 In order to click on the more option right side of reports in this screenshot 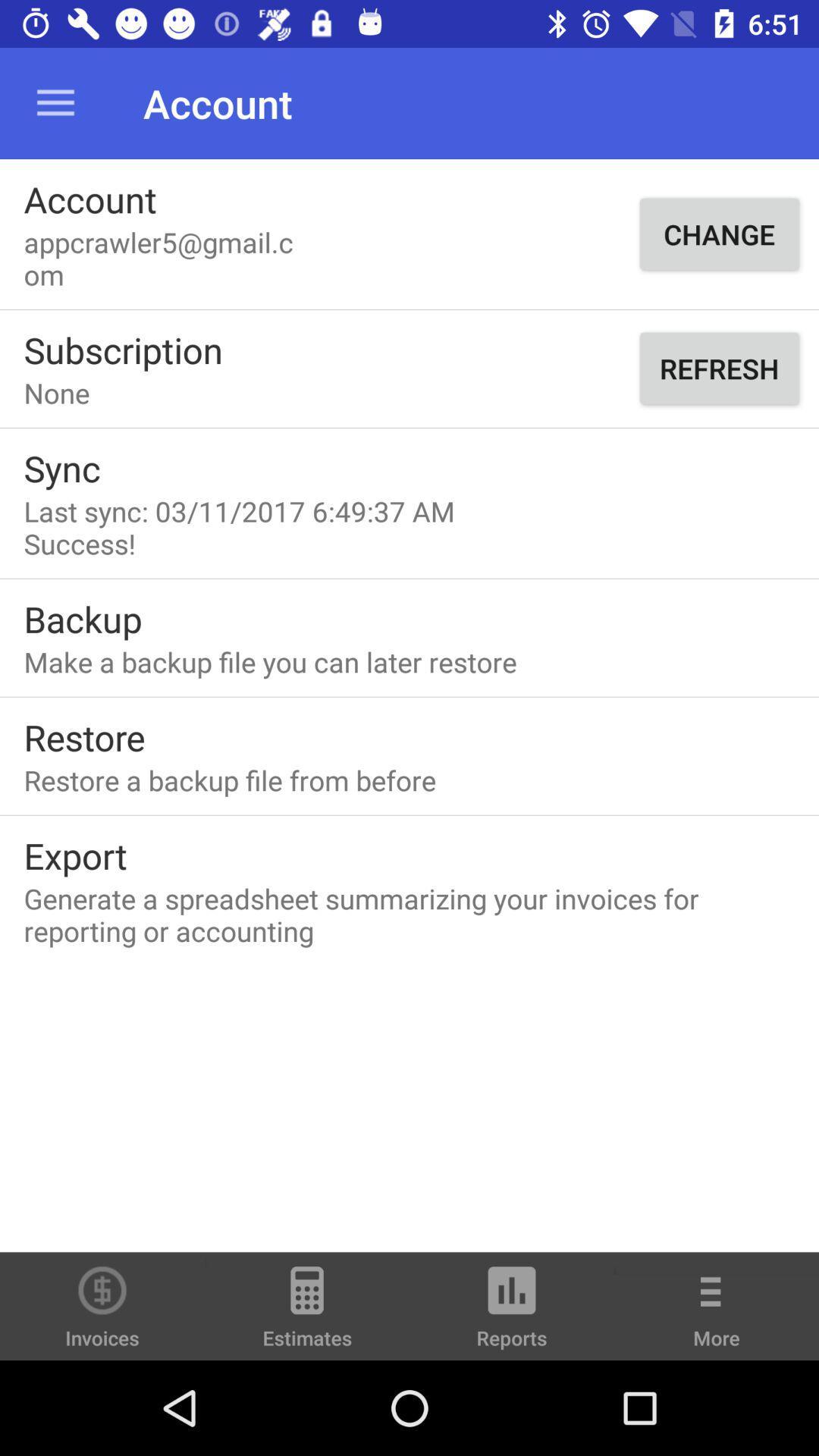, I will do `click(717, 1316)`.